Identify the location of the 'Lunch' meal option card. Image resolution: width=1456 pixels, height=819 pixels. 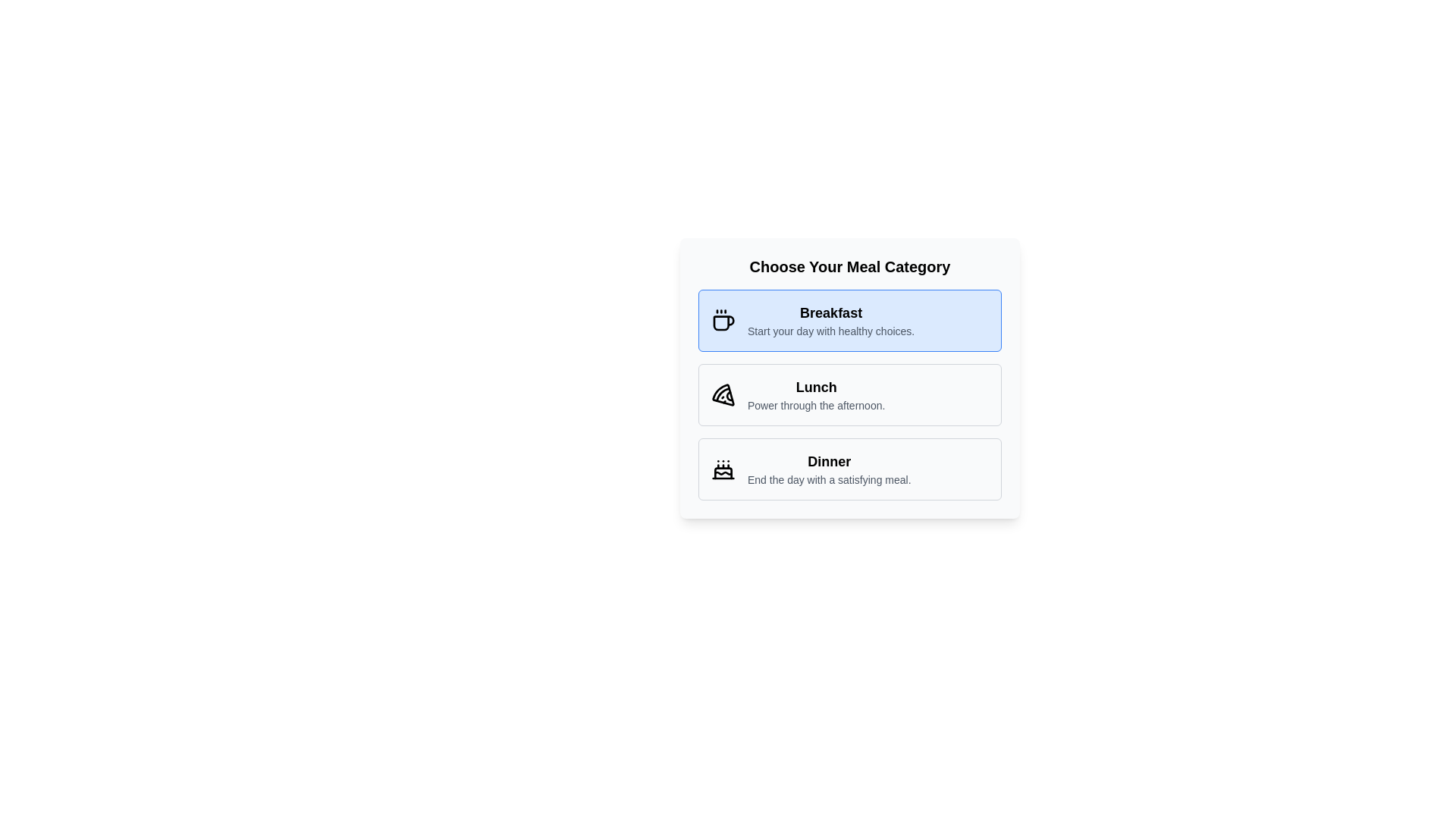
(850, 394).